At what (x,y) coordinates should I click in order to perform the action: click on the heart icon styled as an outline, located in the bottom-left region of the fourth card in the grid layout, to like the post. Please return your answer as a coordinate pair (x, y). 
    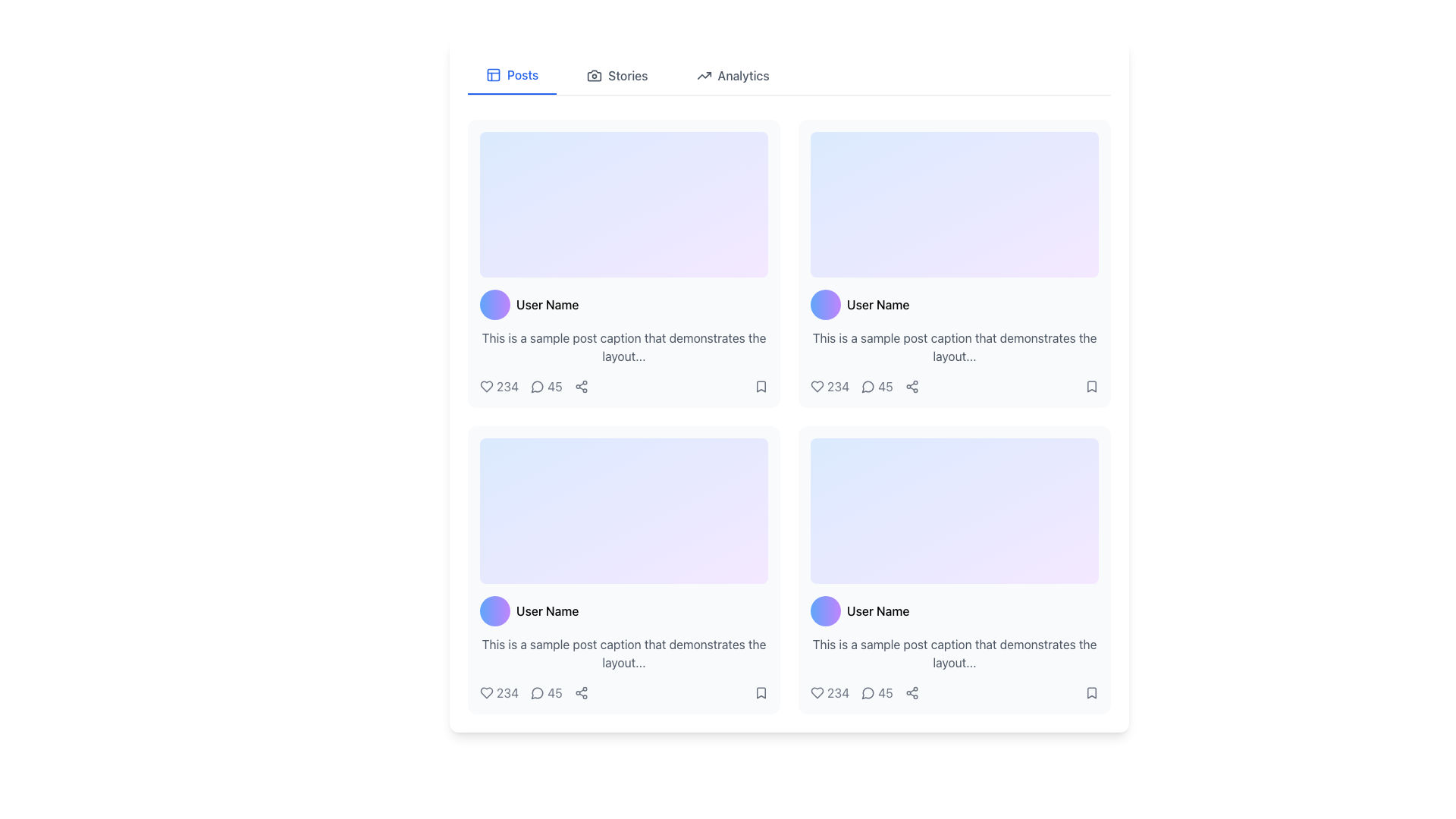
    Looking at the image, I should click on (487, 693).